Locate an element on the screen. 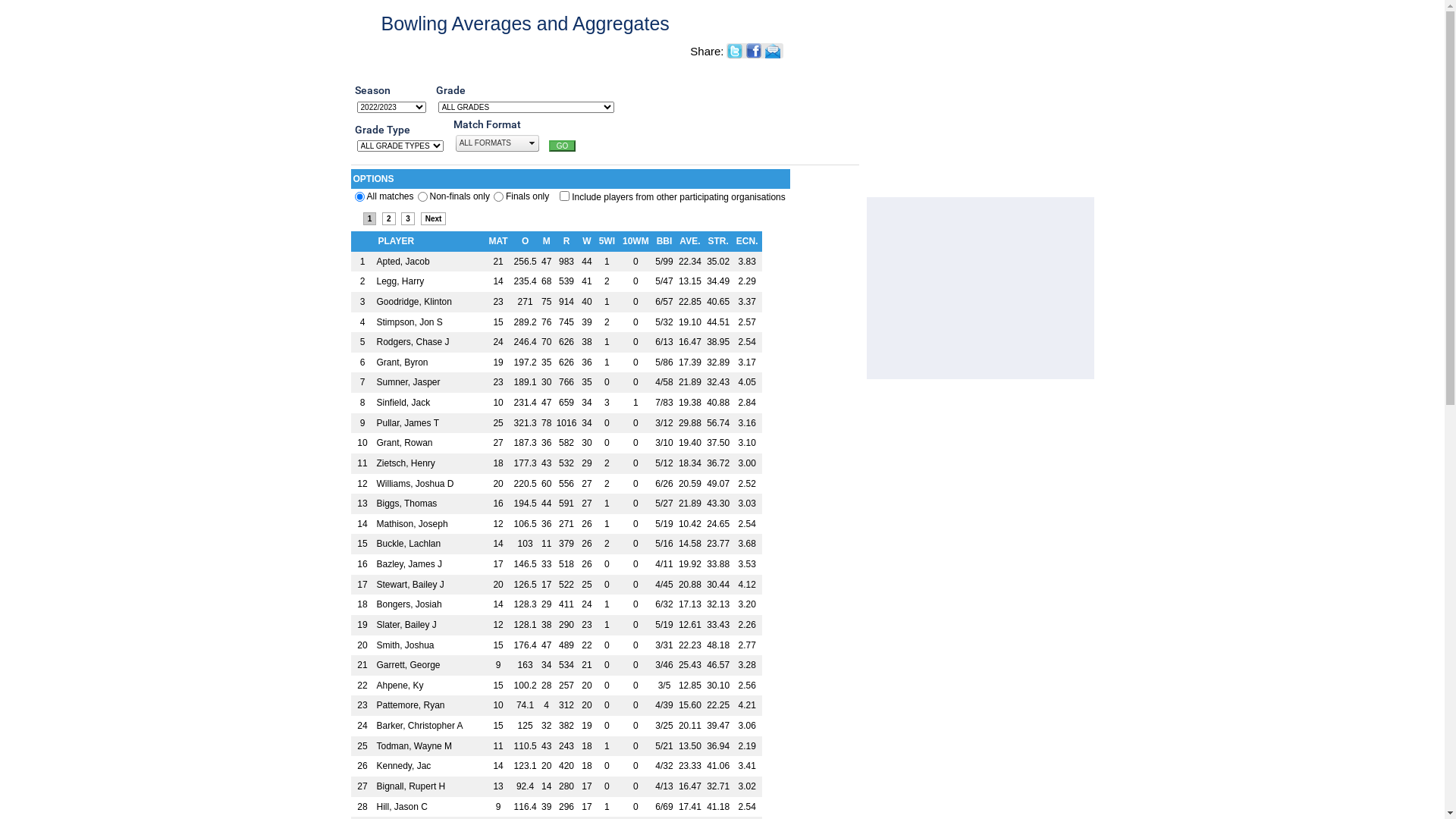 Image resolution: width=1456 pixels, height=819 pixels. '10 Grant, Rowan 27 187.3 36 582 30 0 0 3/10 19.40 37.50 3.10' is located at coordinates (555, 443).